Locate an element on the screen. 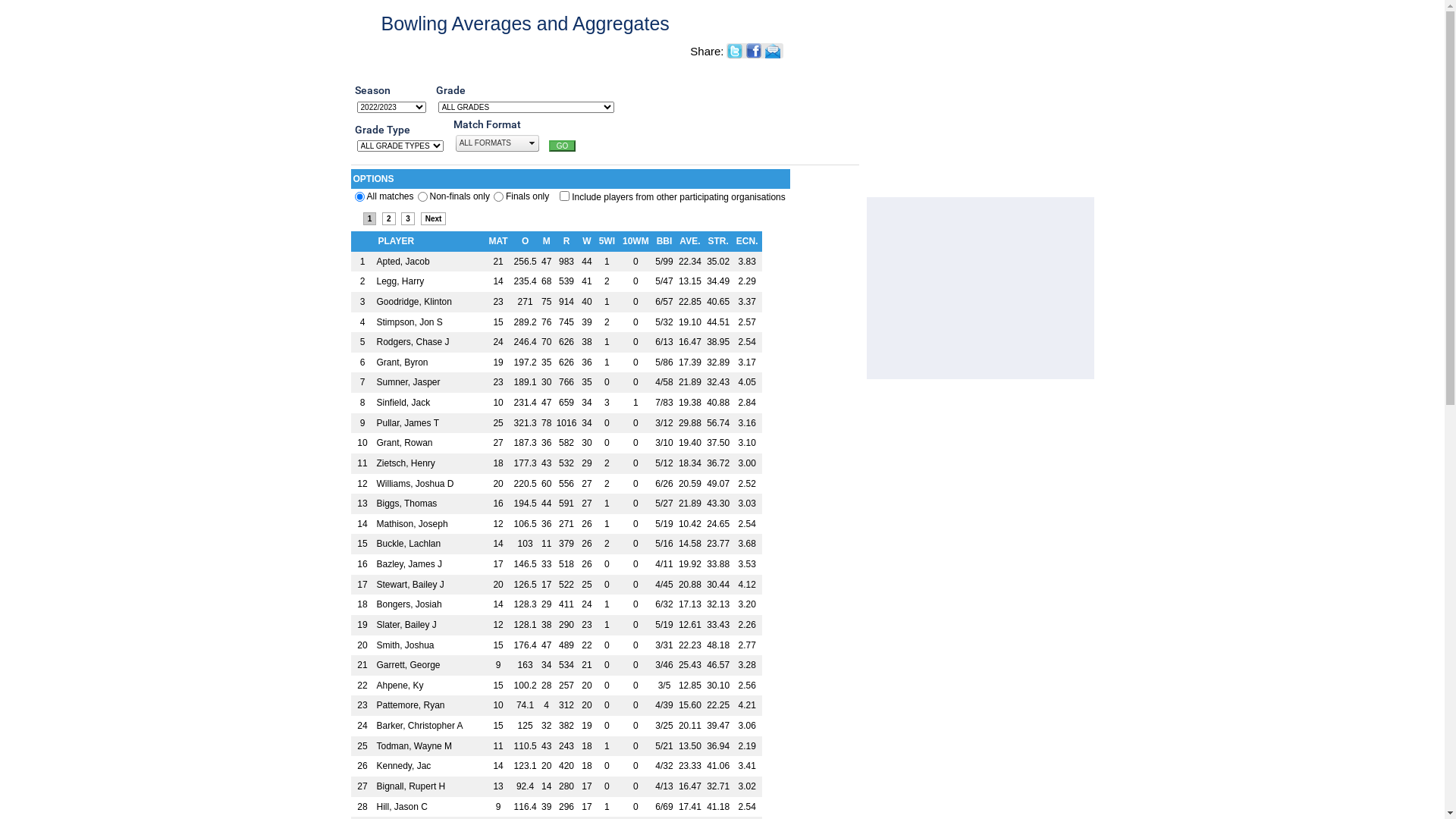 Image resolution: width=1456 pixels, height=819 pixels. '10 Grant, Rowan 27 187.3 36 582 30 0 0 3/10 19.40 37.50 3.10' is located at coordinates (555, 443).